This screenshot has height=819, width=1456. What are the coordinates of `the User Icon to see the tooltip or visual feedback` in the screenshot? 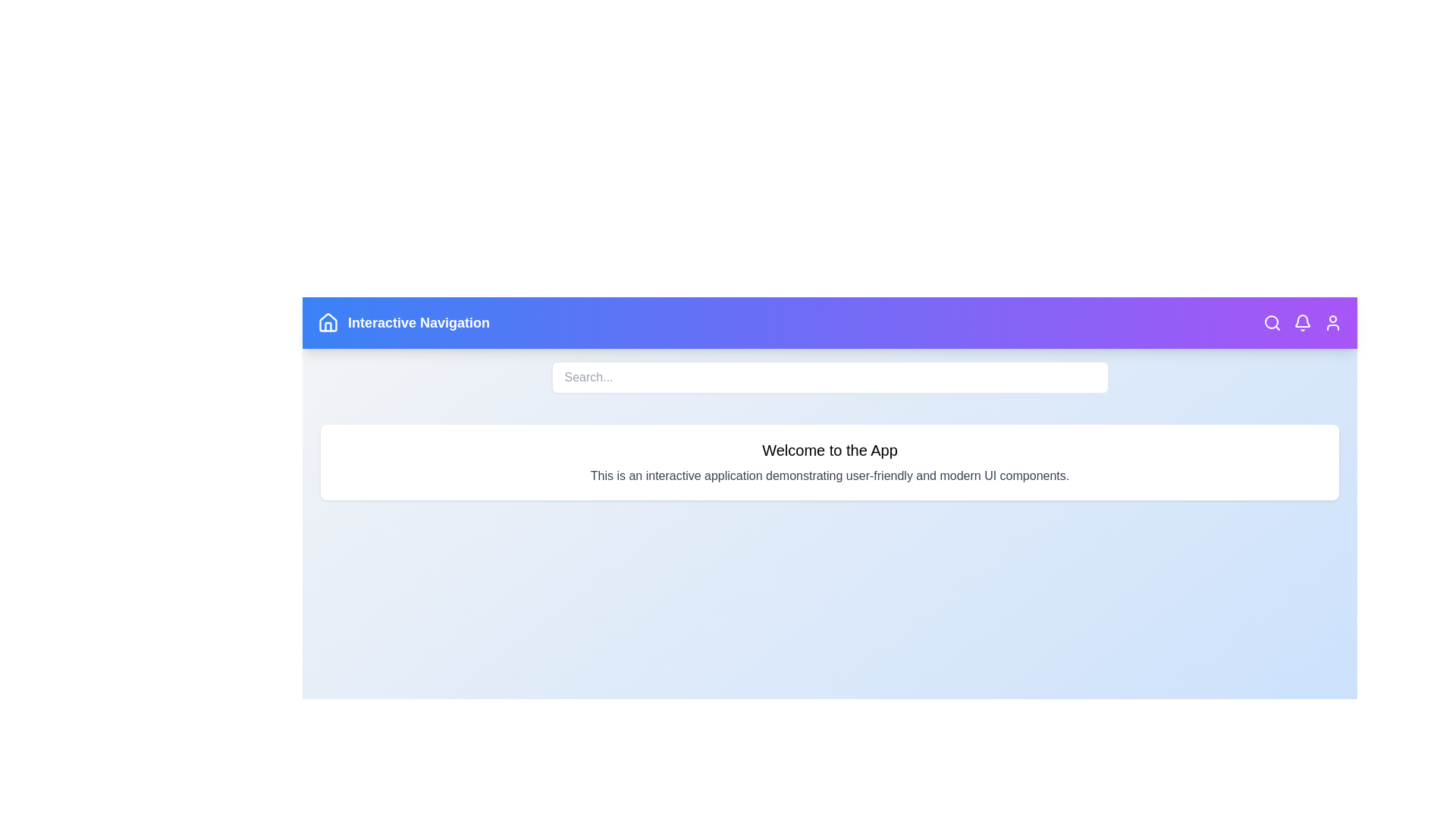 It's located at (1332, 322).